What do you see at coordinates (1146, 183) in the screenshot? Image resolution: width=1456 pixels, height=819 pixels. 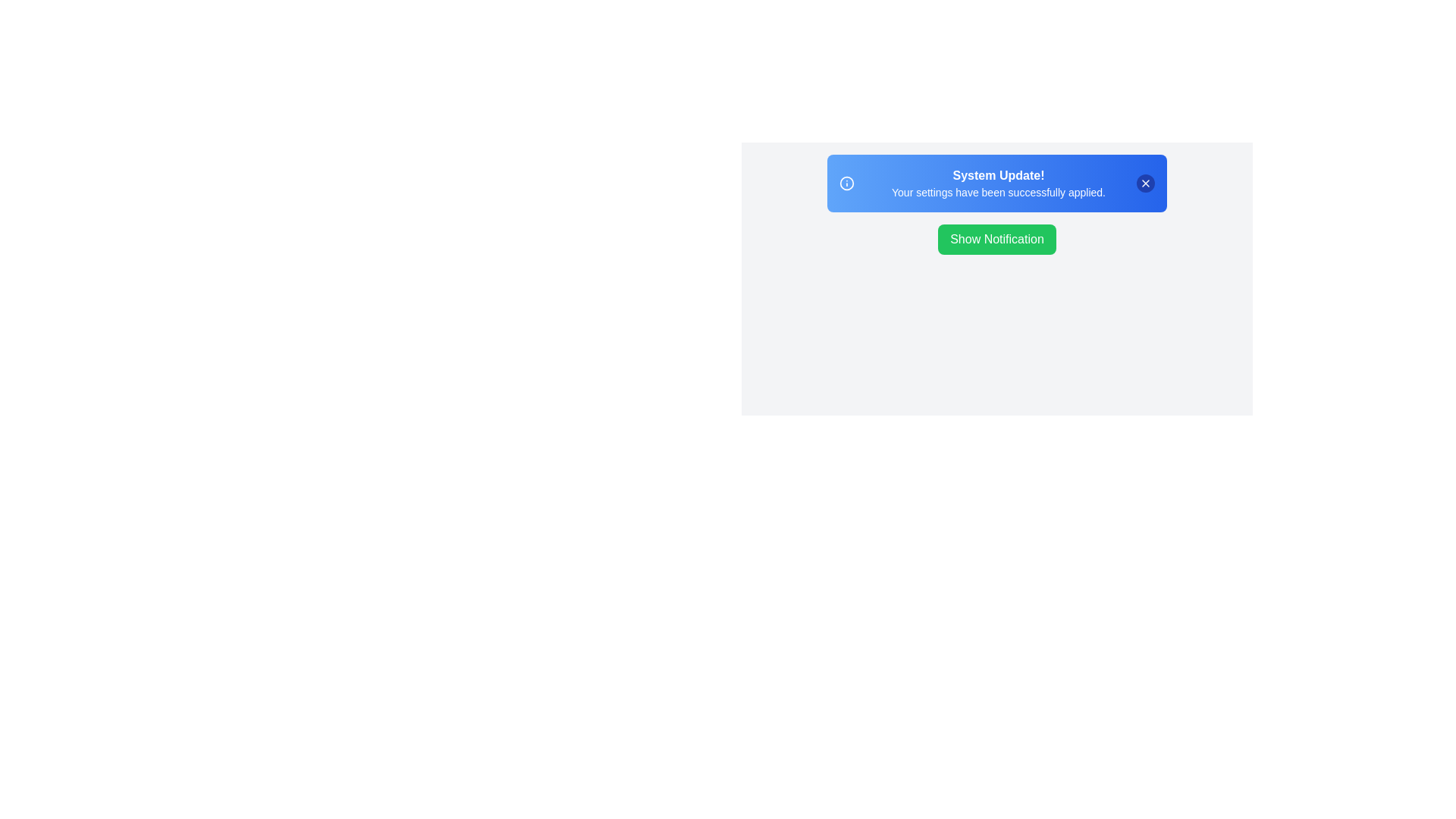 I see `the close button of the snackbar notification` at bounding box center [1146, 183].